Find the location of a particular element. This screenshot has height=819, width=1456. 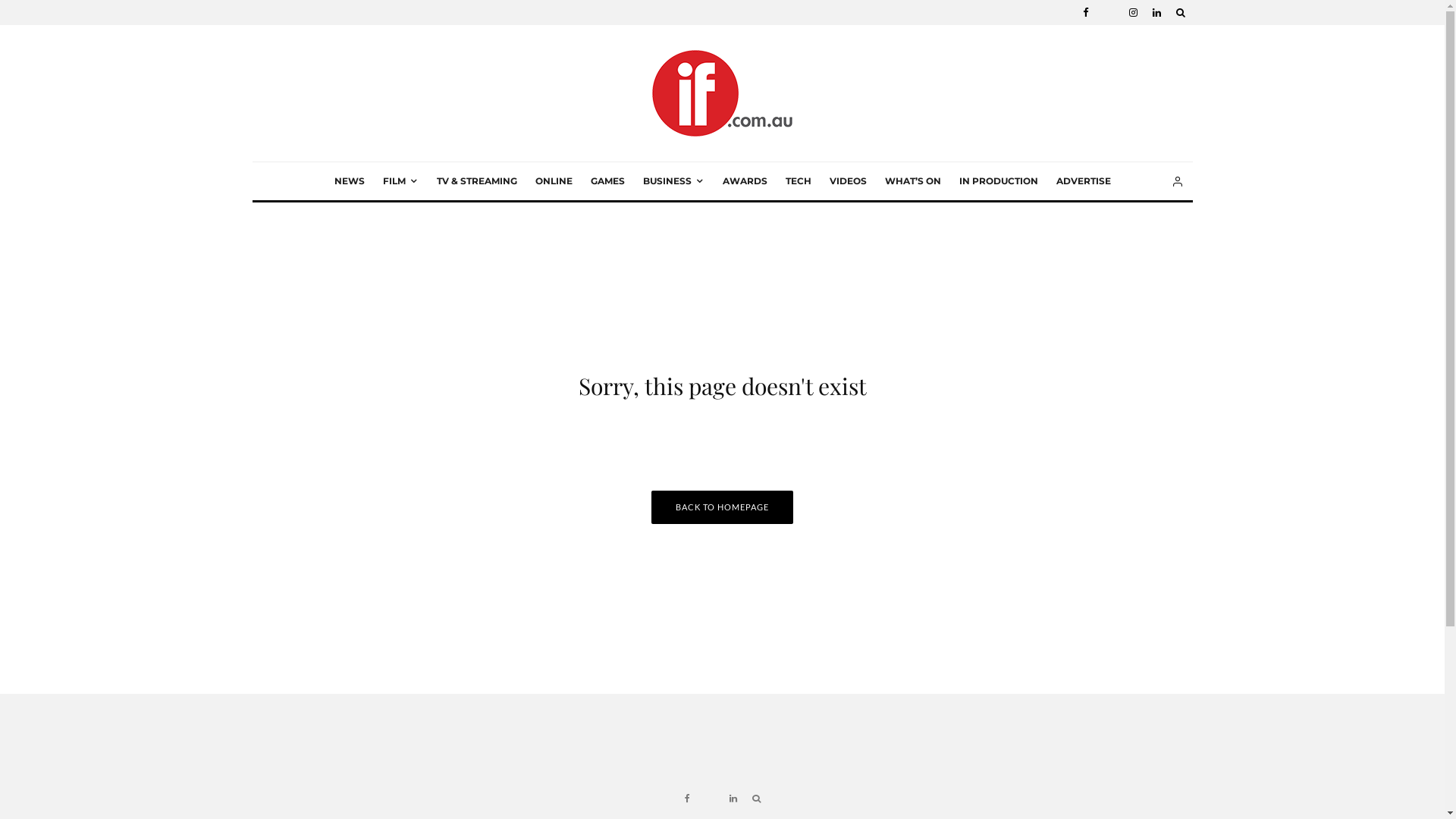

'VIDEOS' is located at coordinates (847, 180).